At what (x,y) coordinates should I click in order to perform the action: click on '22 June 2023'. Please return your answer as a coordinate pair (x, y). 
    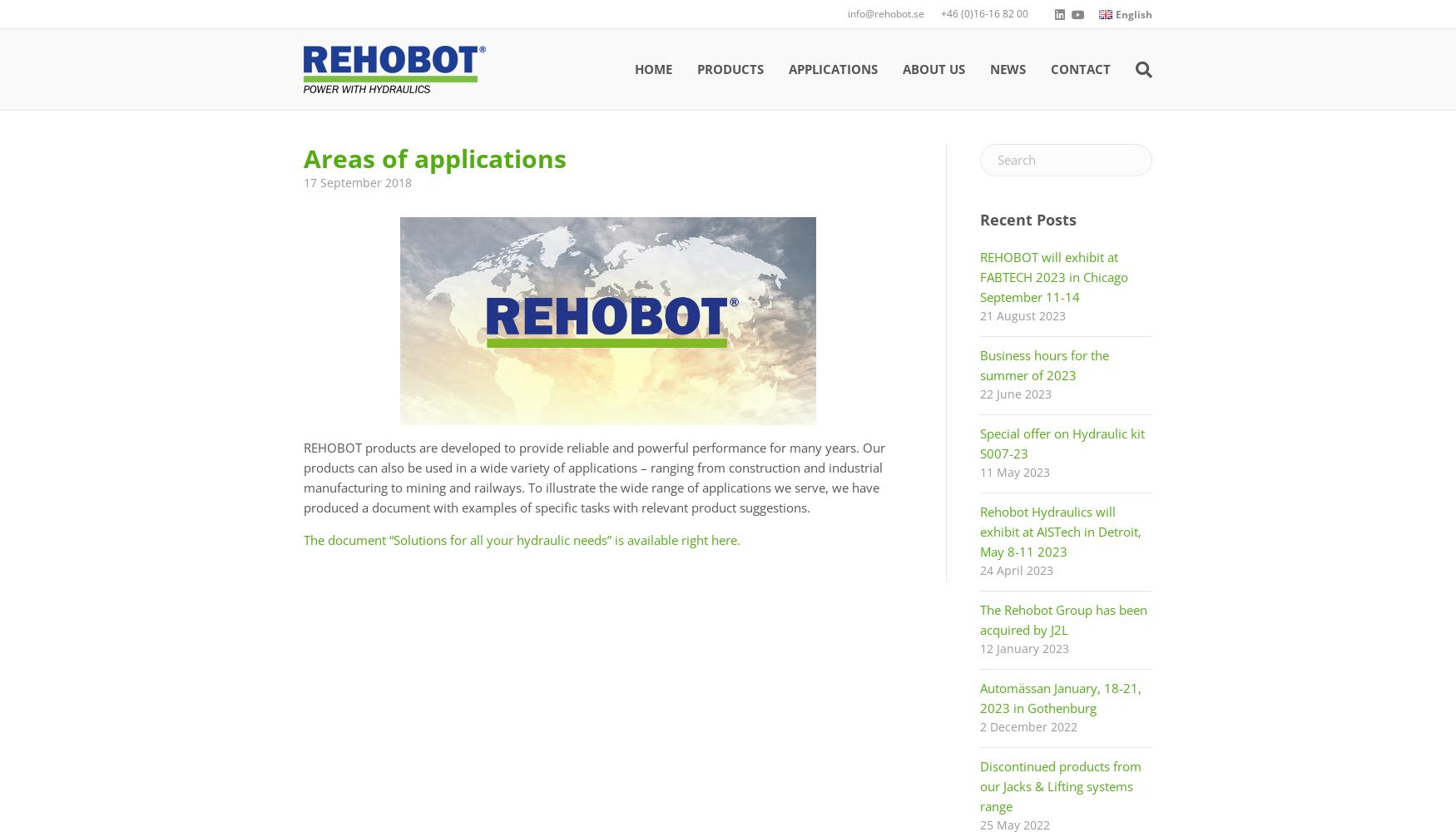
    Looking at the image, I should click on (978, 393).